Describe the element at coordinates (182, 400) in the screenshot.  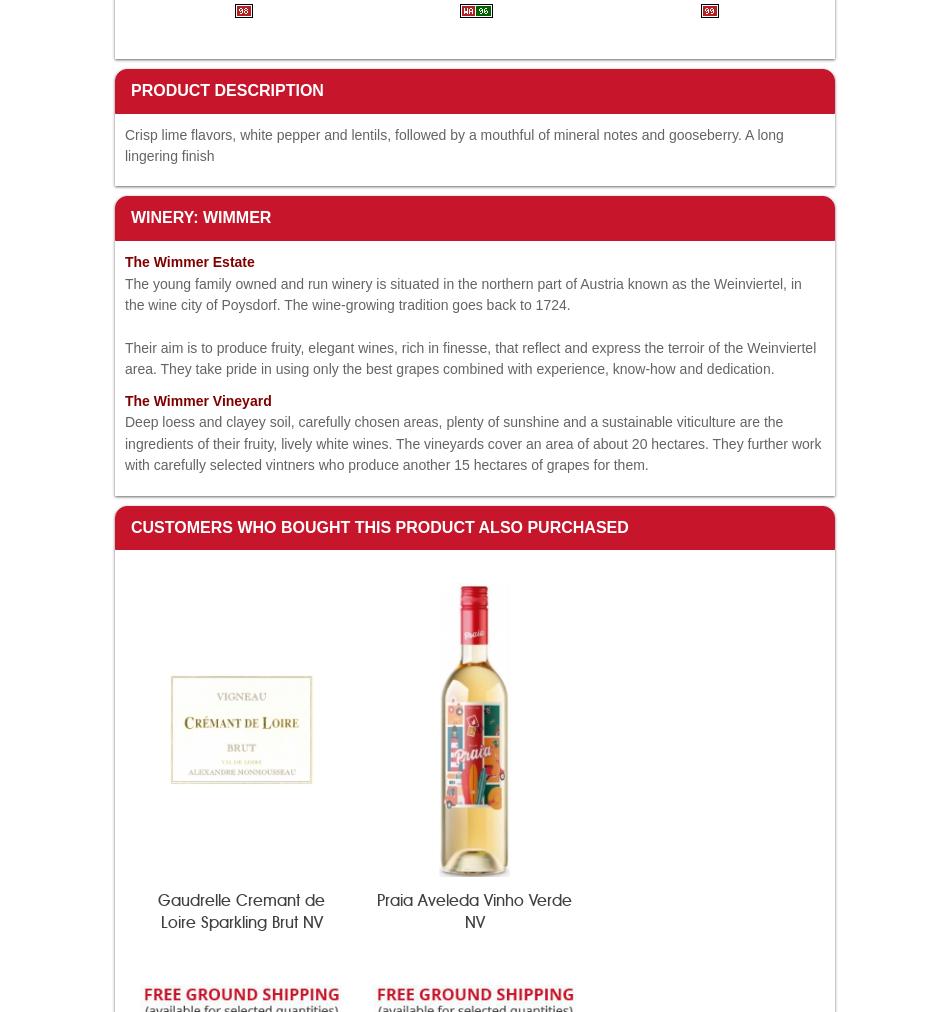
I see `'Wimmer'` at that location.